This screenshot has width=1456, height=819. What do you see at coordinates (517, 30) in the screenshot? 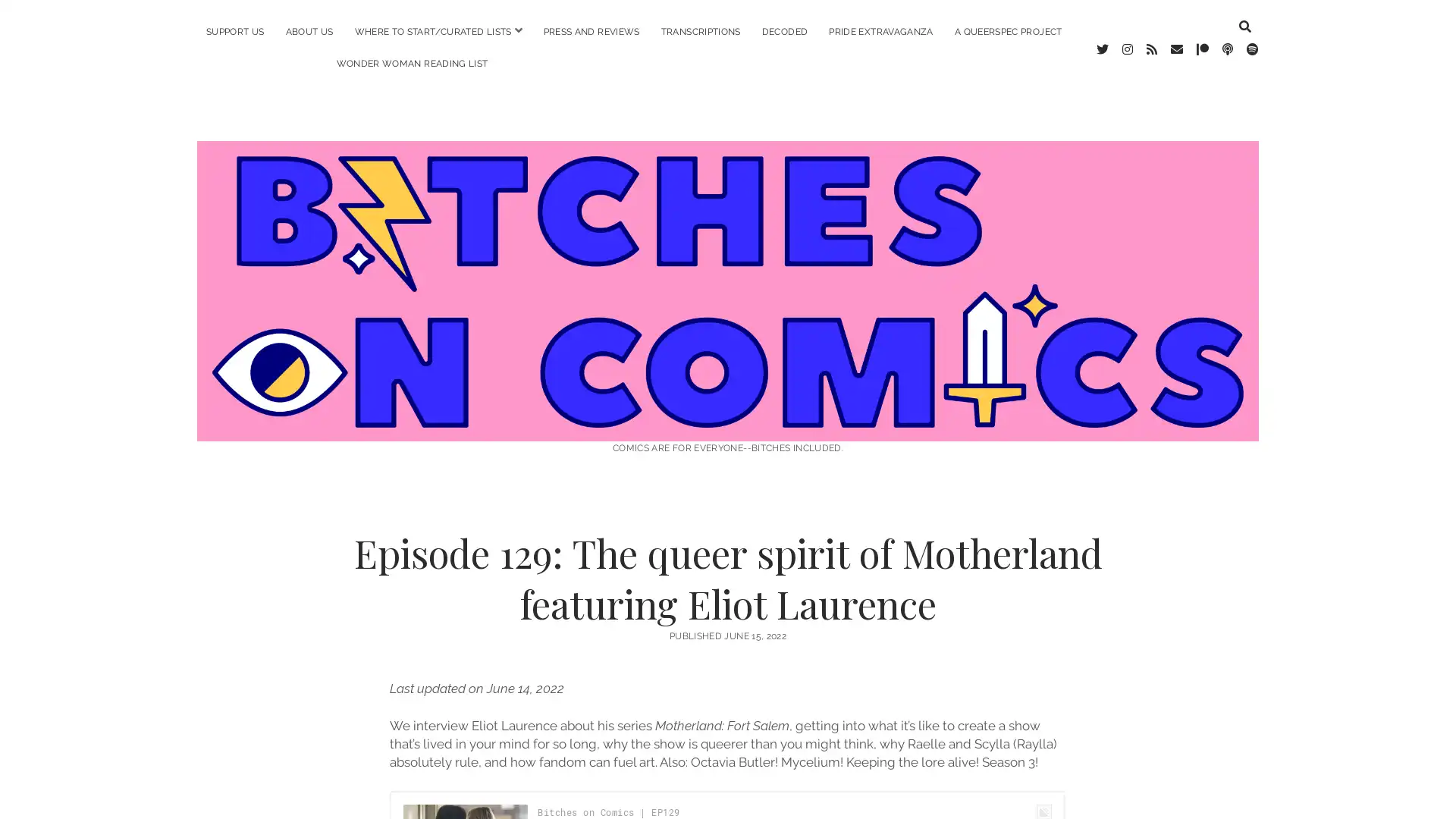
I see `open menu` at bounding box center [517, 30].